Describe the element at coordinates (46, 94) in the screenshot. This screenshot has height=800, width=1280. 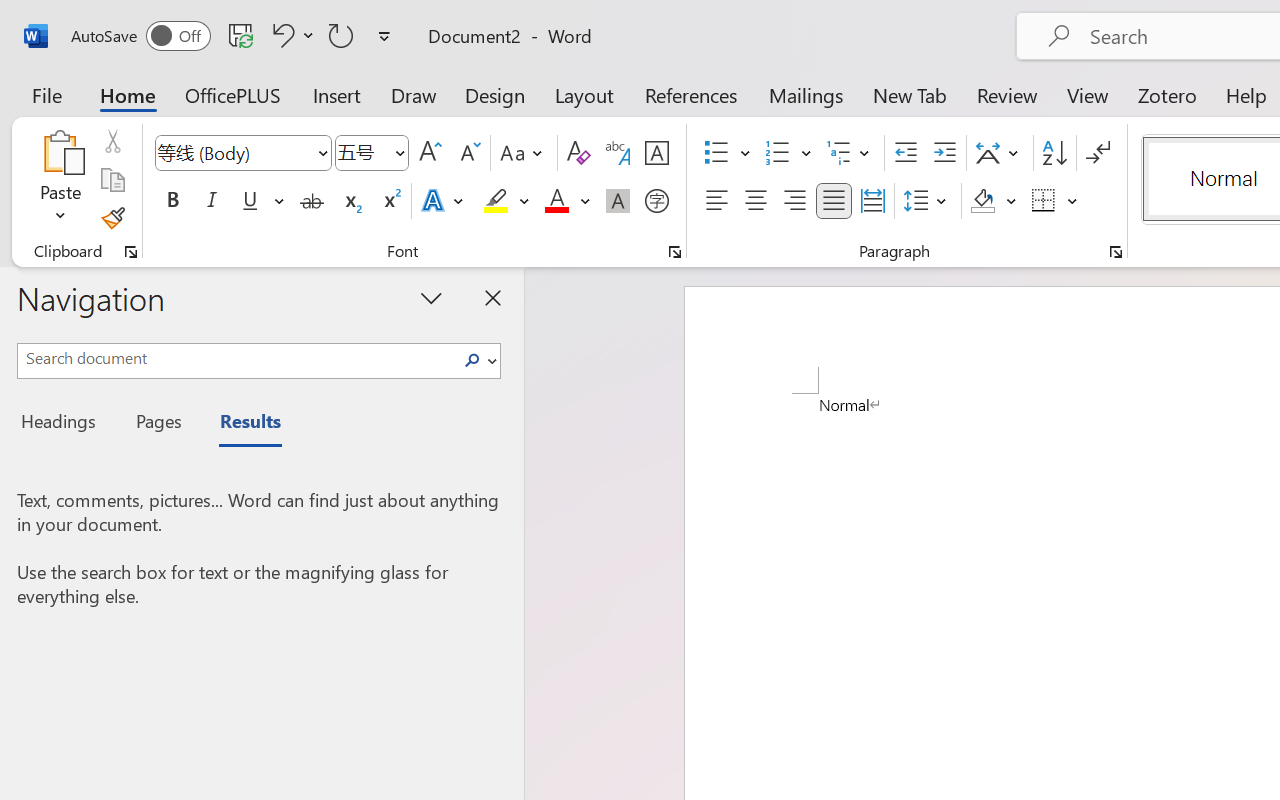
I see `'File Tab'` at that location.